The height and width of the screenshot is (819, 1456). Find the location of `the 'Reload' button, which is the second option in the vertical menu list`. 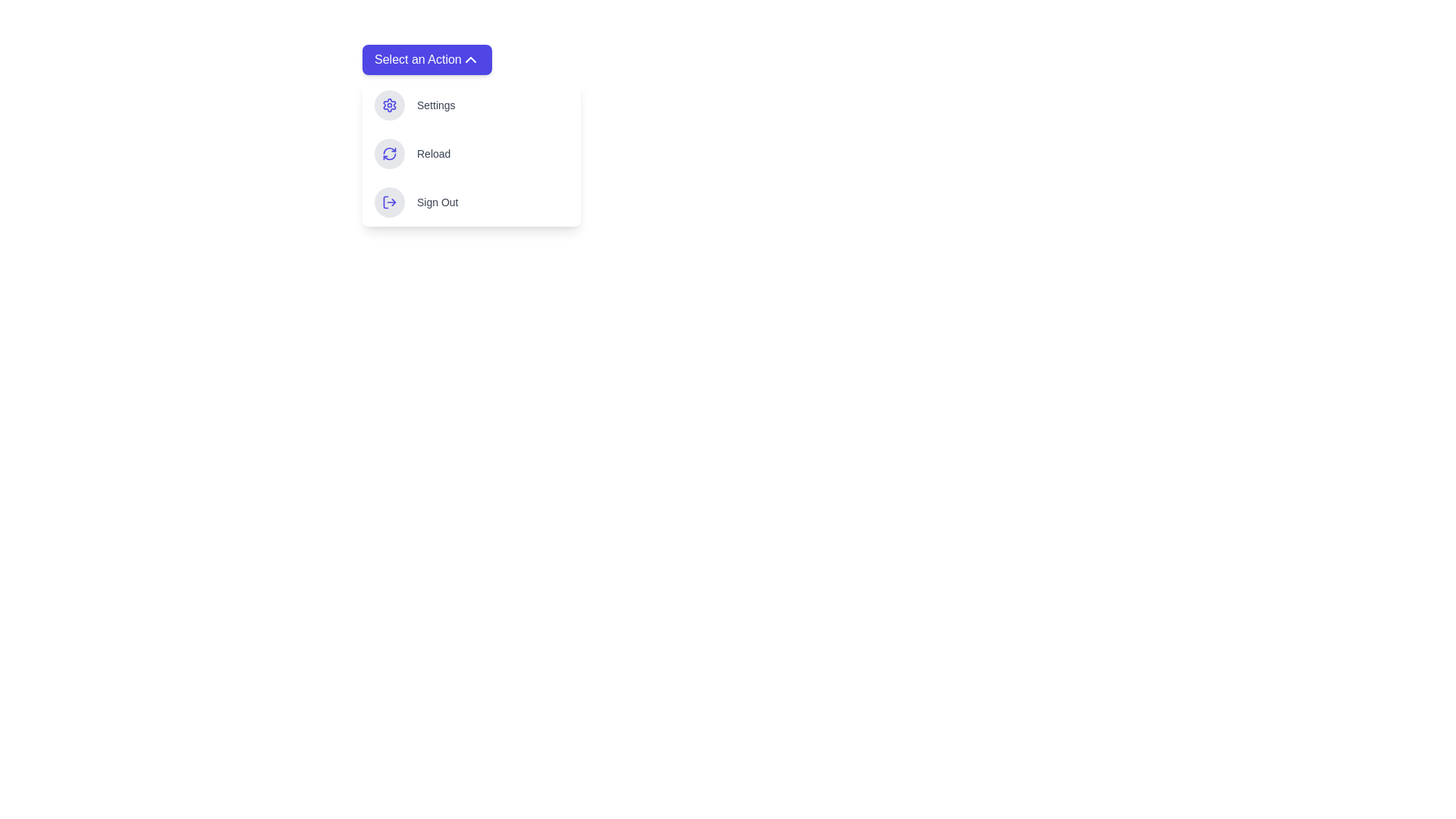

the 'Reload' button, which is the second option in the vertical menu list is located at coordinates (471, 154).